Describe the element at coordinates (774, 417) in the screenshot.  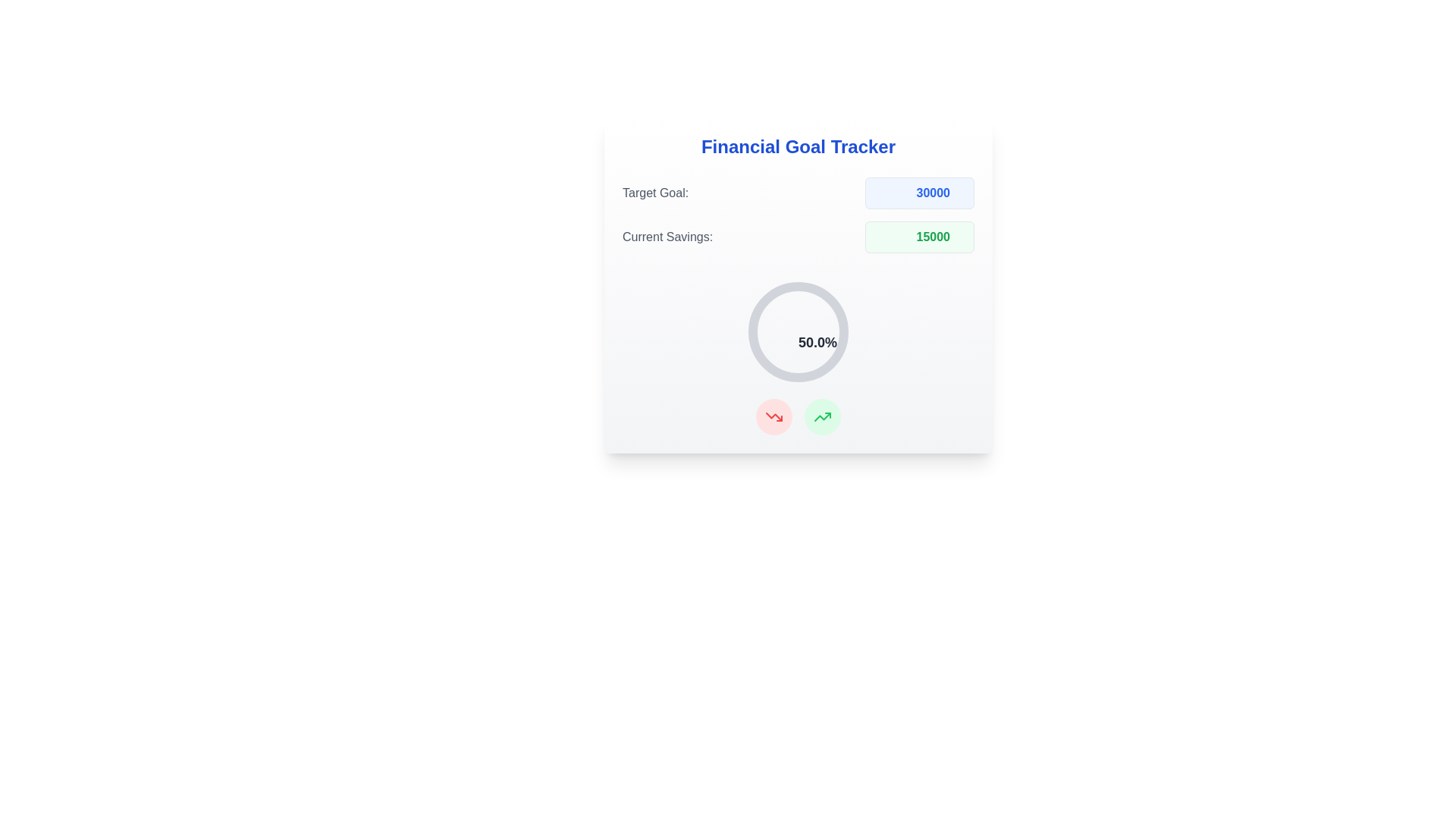
I see `the Icon Button indicating a downward trend, located at the bottom-left corner of the card-like structure` at that location.